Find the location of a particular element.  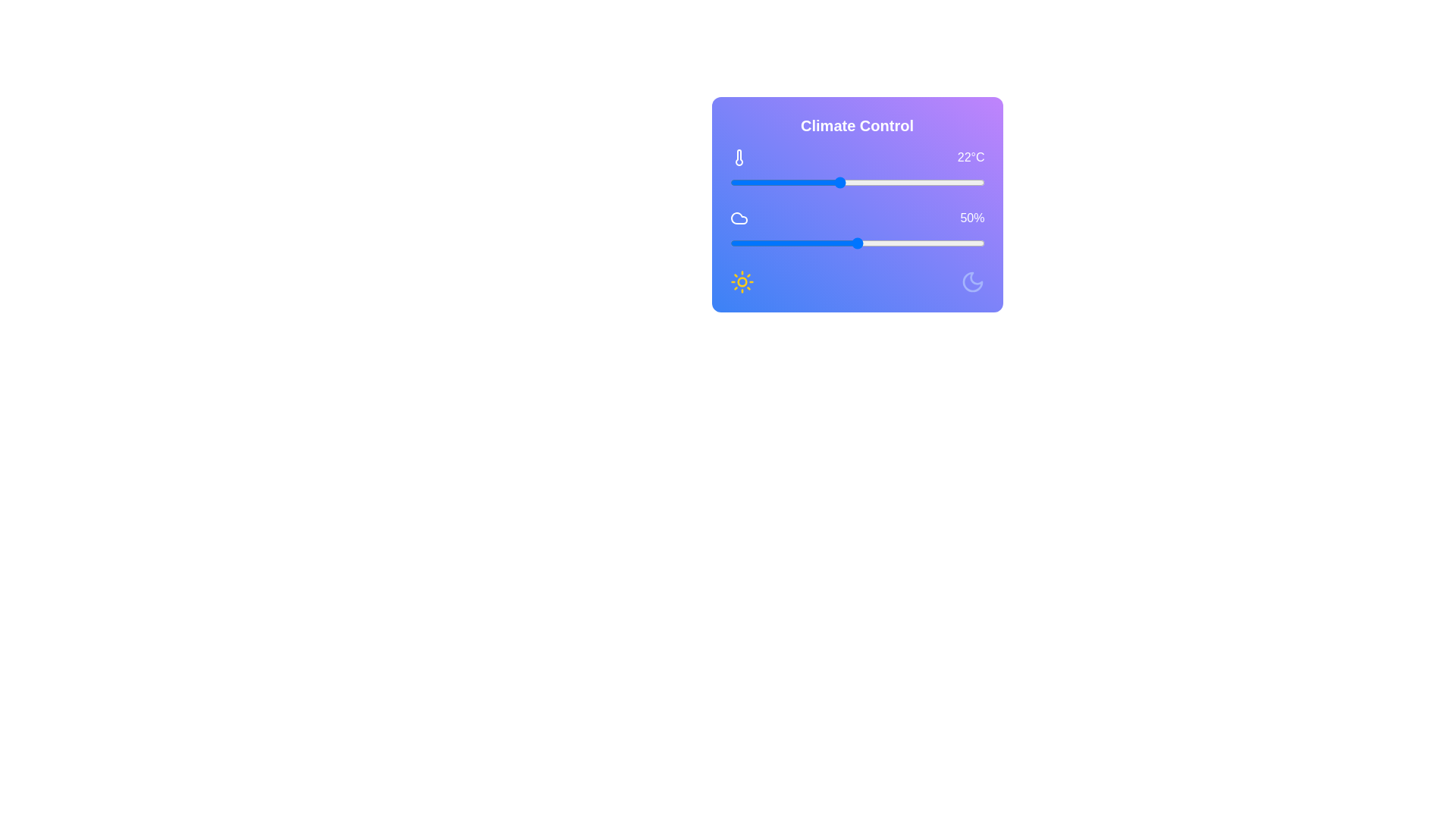

the slider is located at coordinates (971, 242).